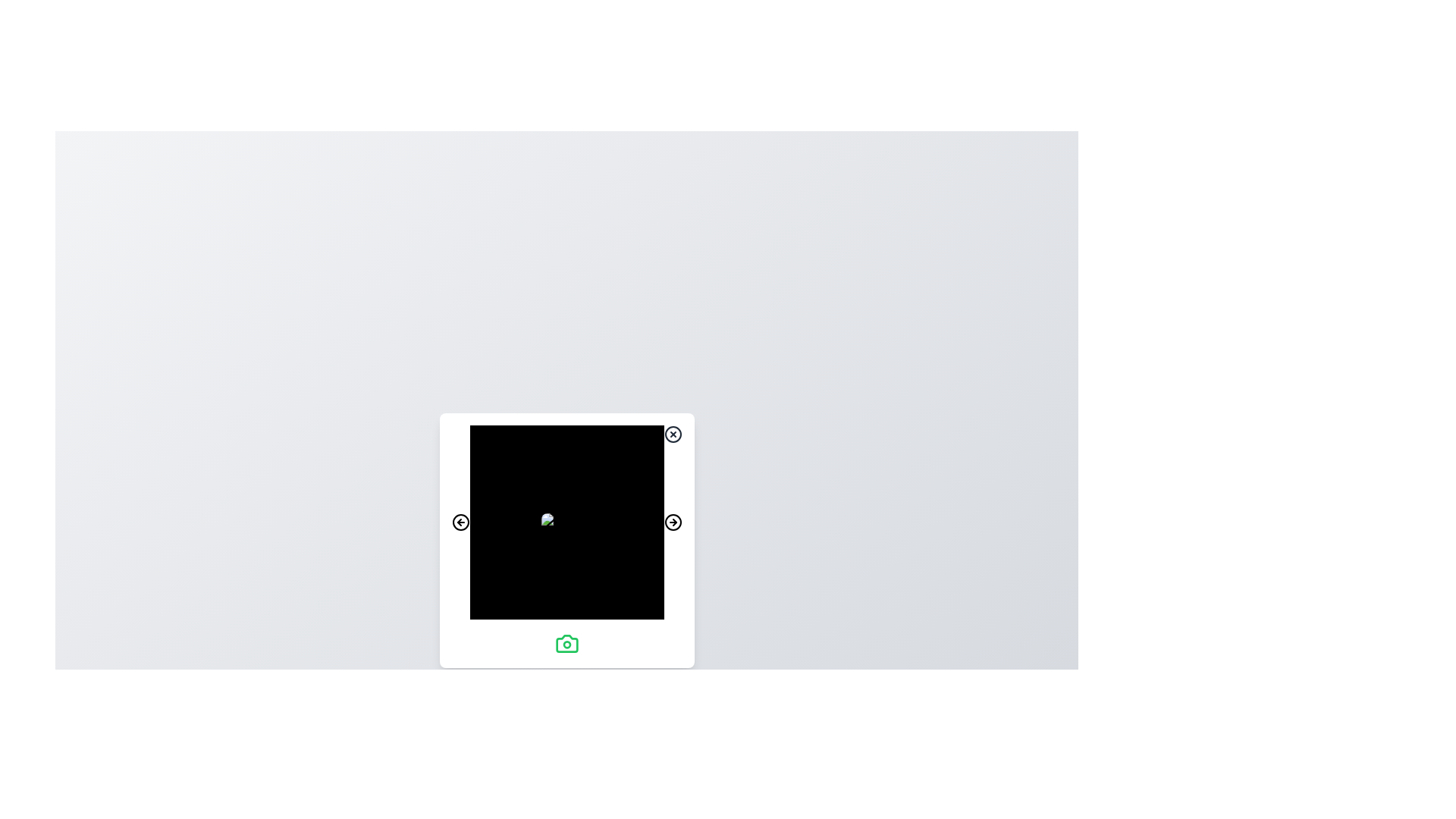 This screenshot has height=819, width=1456. Describe the element at coordinates (460, 522) in the screenshot. I see `the circular left arrow button` at that location.